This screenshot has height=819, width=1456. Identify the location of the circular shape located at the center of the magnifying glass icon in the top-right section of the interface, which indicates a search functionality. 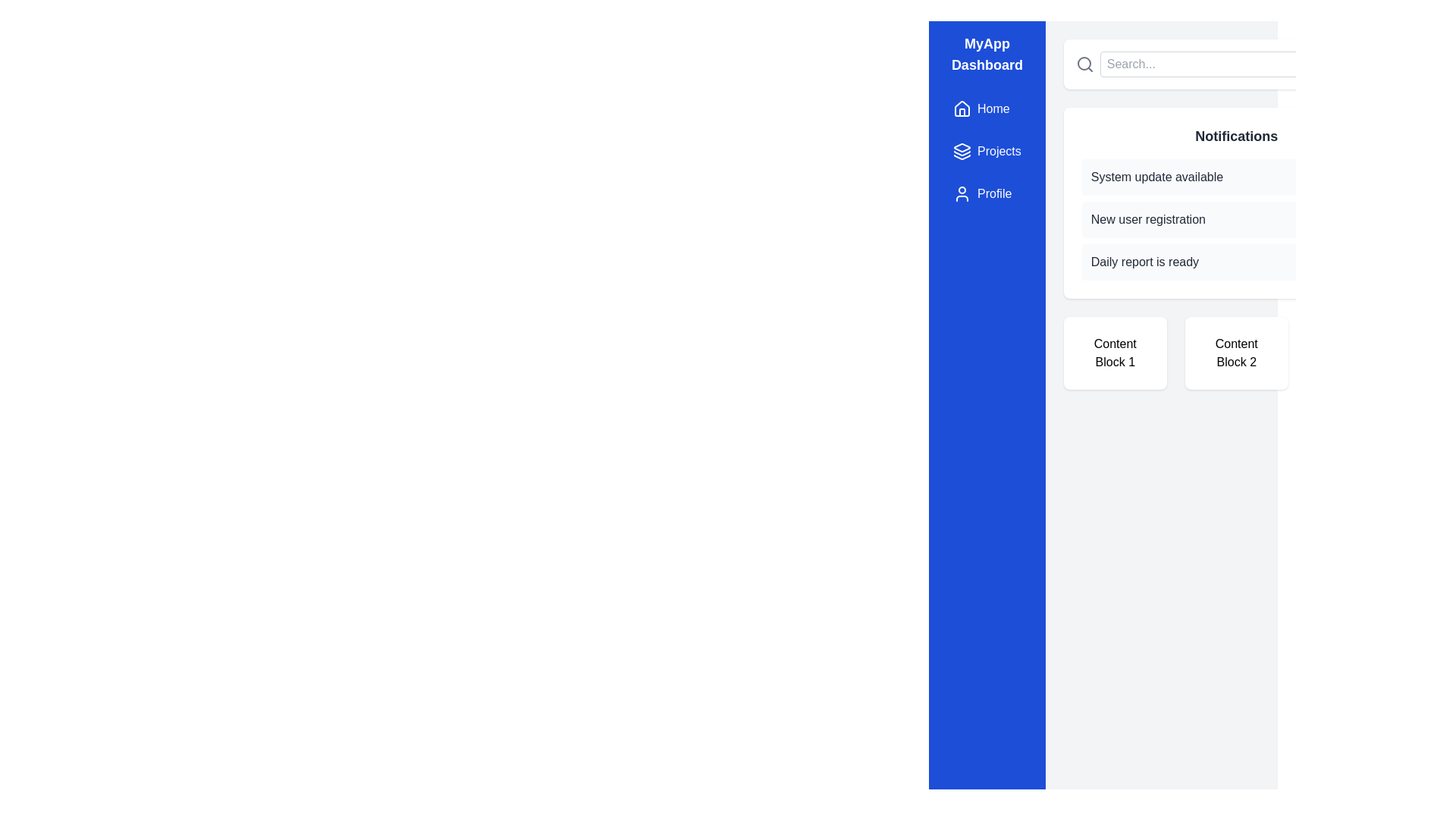
(1083, 63).